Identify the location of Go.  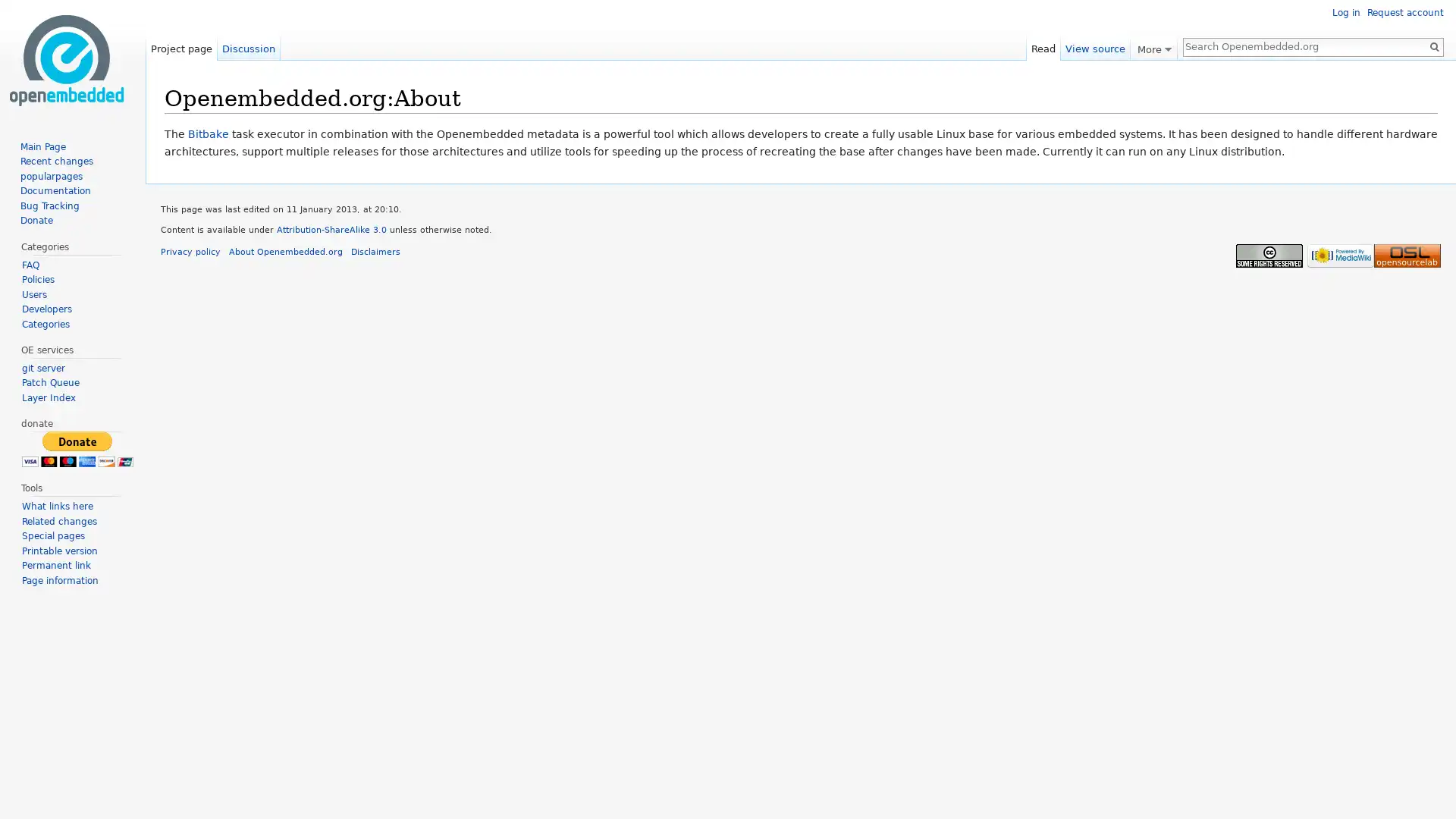
(1433, 45).